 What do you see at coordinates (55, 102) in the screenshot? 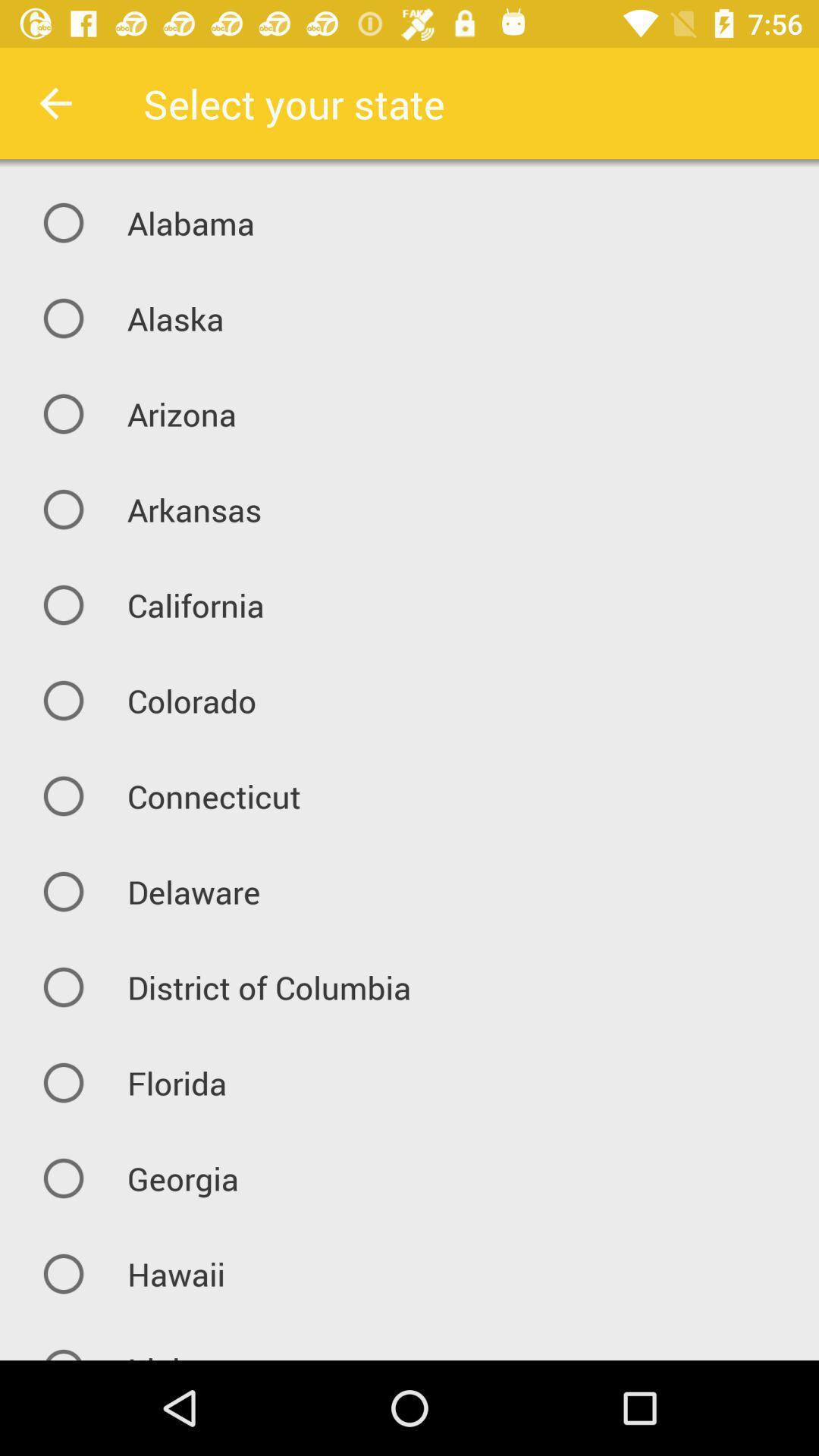
I see `return to previous screen` at bounding box center [55, 102].